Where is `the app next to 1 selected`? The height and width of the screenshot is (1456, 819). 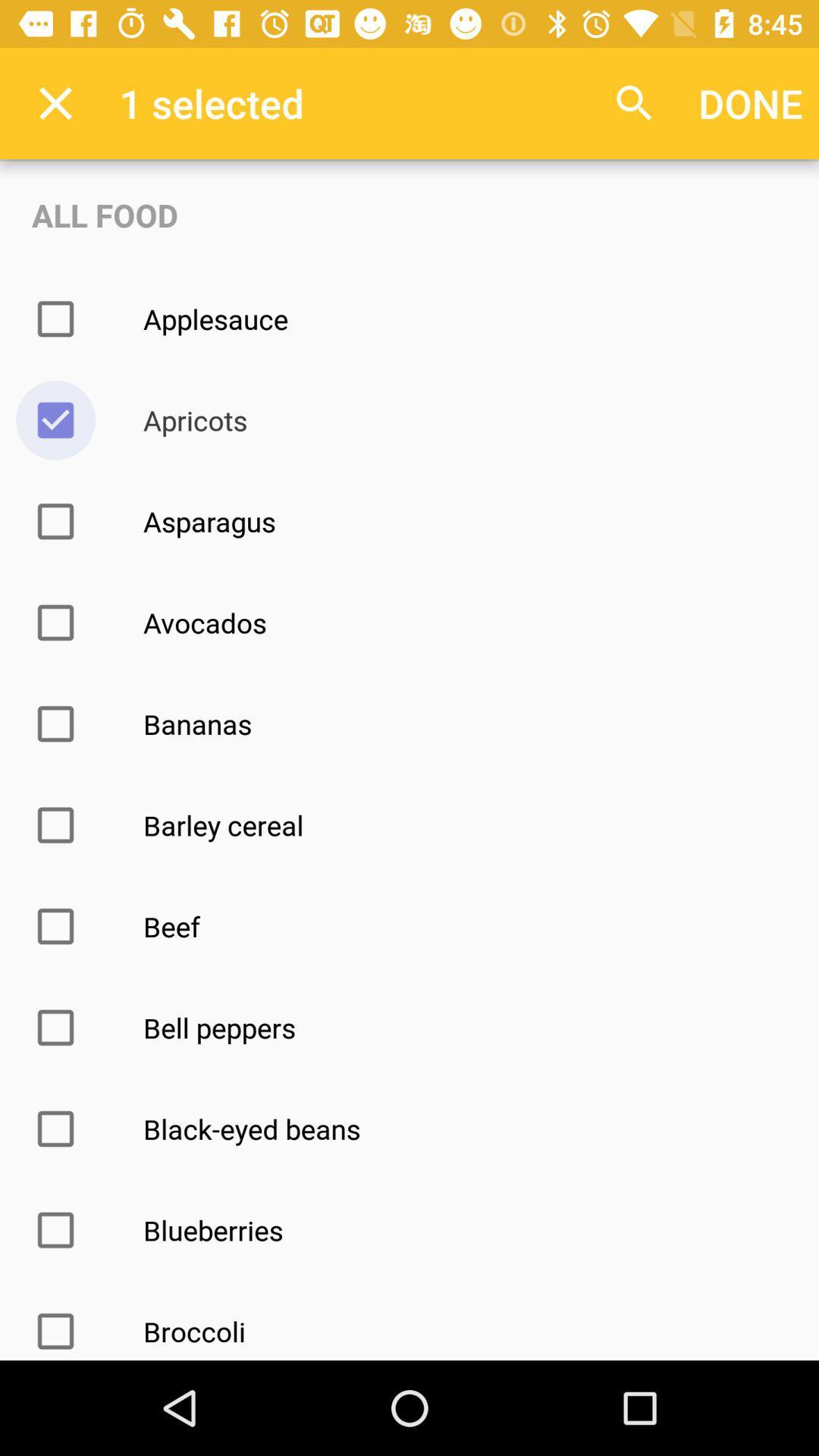 the app next to 1 selected is located at coordinates (55, 102).